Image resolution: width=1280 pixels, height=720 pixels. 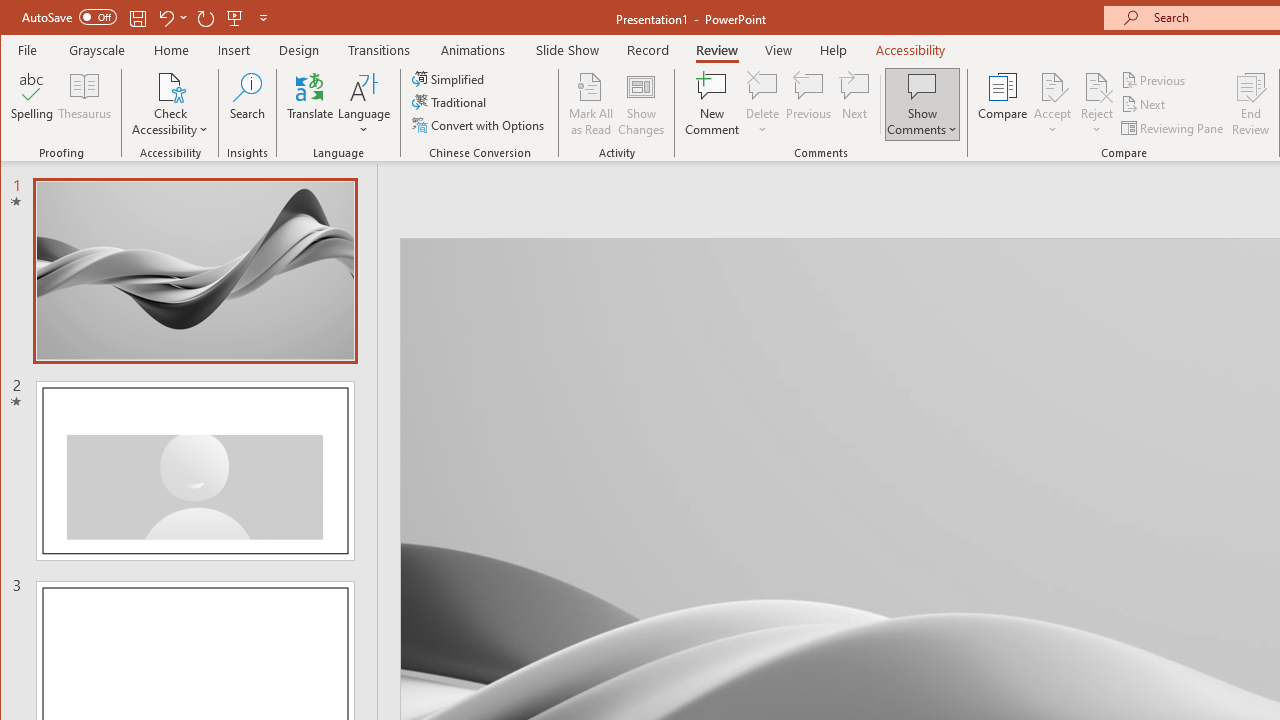 What do you see at coordinates (1051, 85) in the screenshot?
I see `'Accept Change'` at bounding box center [1051, 85].